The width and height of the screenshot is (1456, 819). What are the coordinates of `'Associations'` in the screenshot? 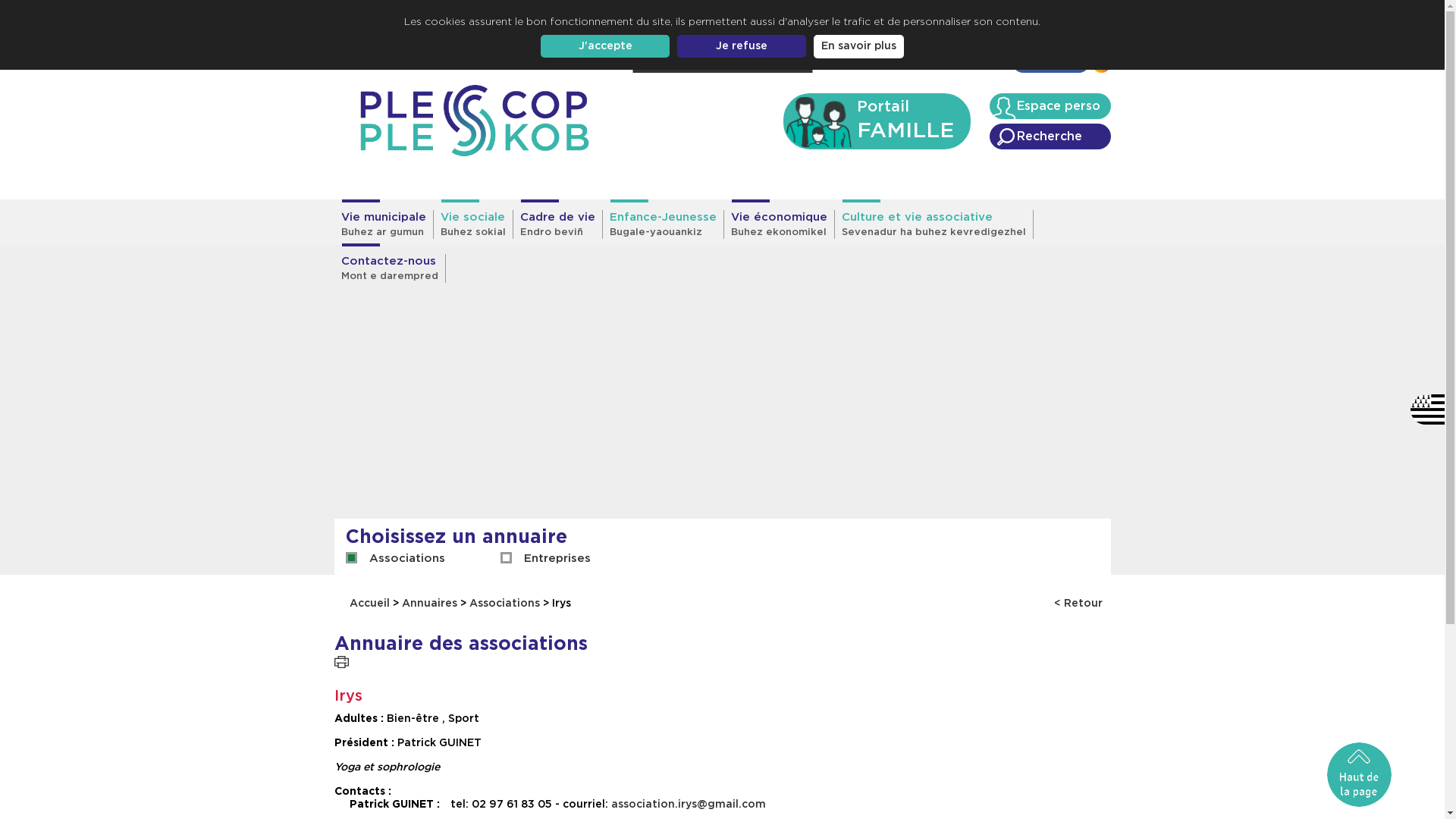 It's located at (504, 602).